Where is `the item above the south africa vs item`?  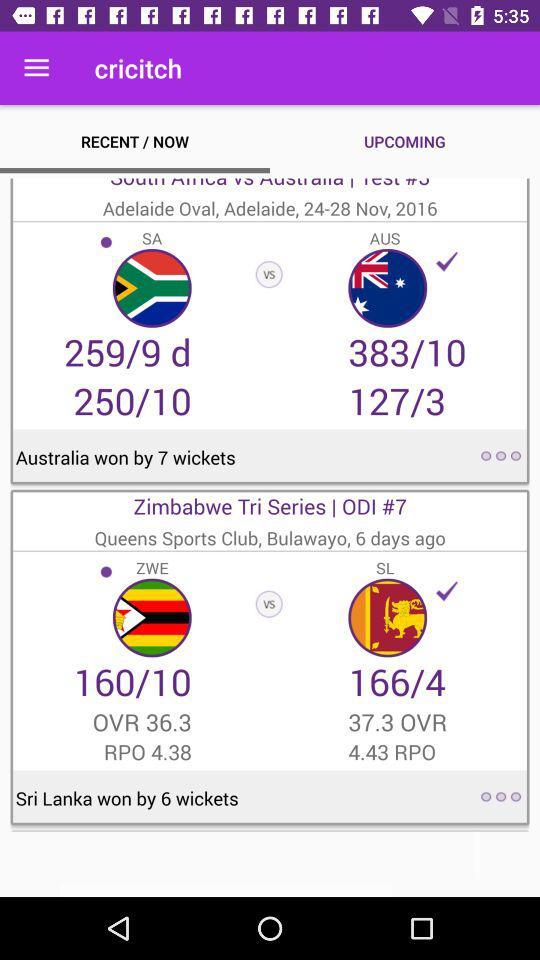
the item above the south africa vs item is located at coordinates (36, 68).